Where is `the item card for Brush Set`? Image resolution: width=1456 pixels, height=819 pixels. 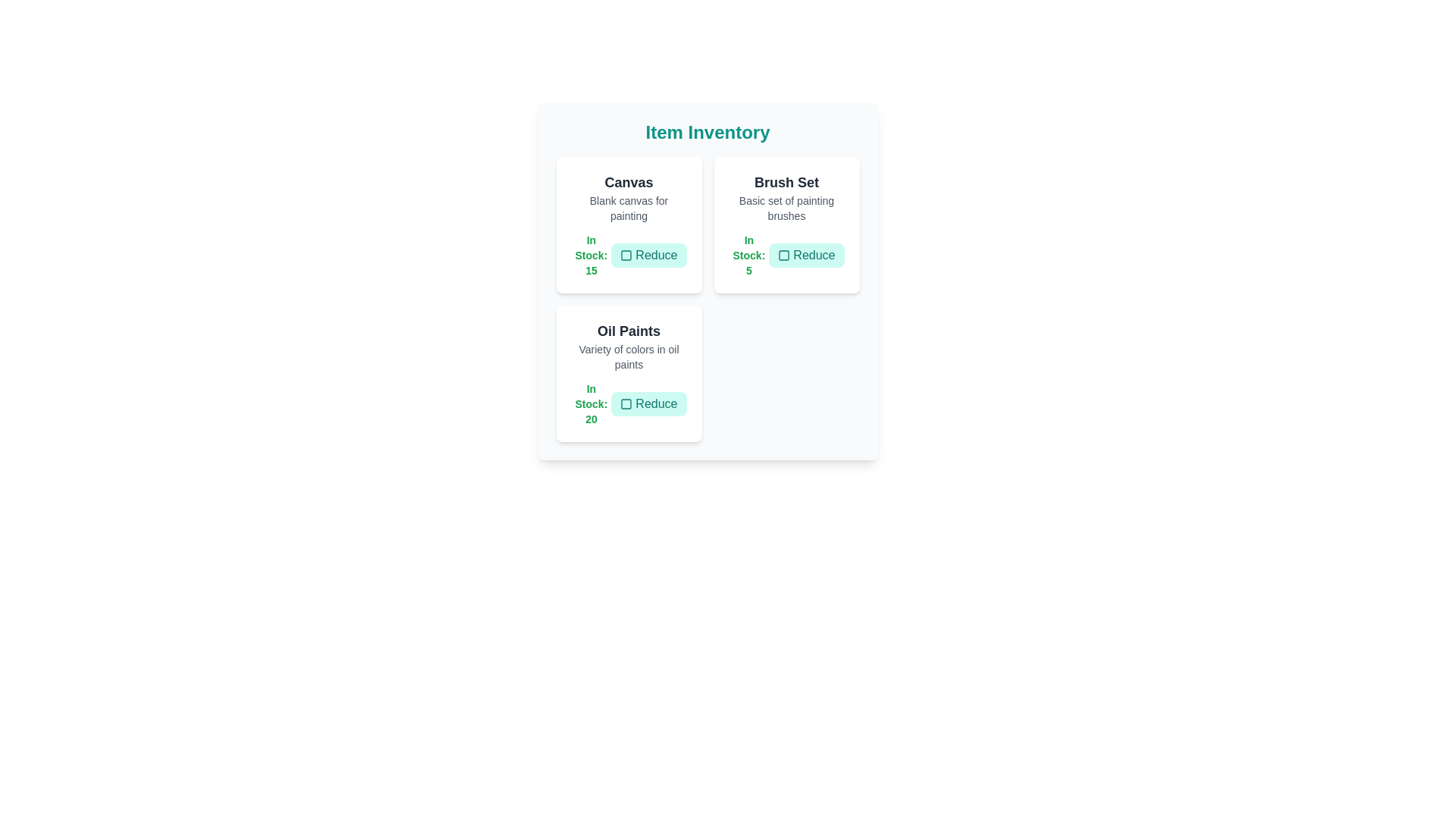 the item card for Brush Set is located at coordinates (786, 225).